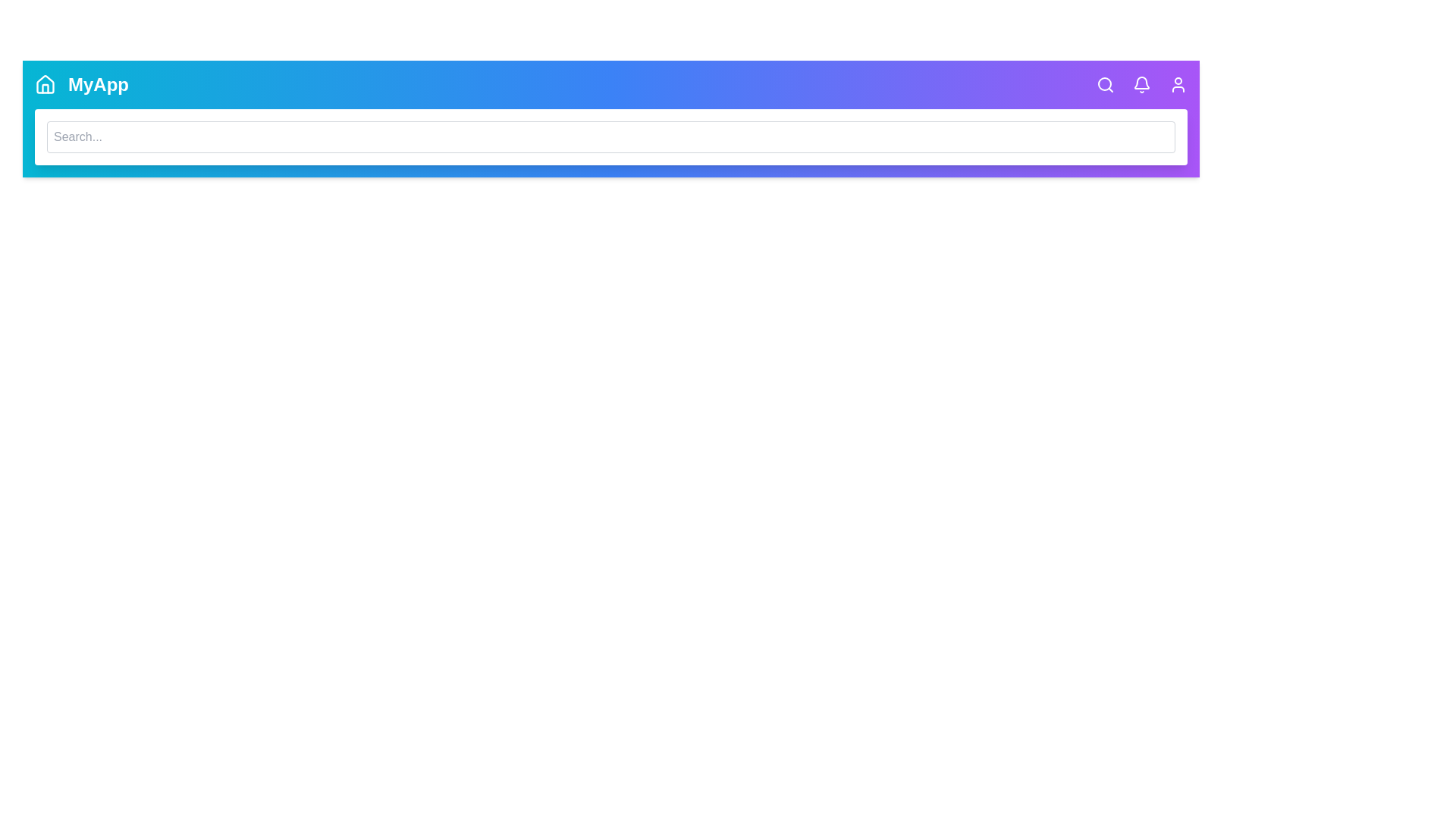  I want to click on the search icon to activate the search functionality, so click(1106, 84).